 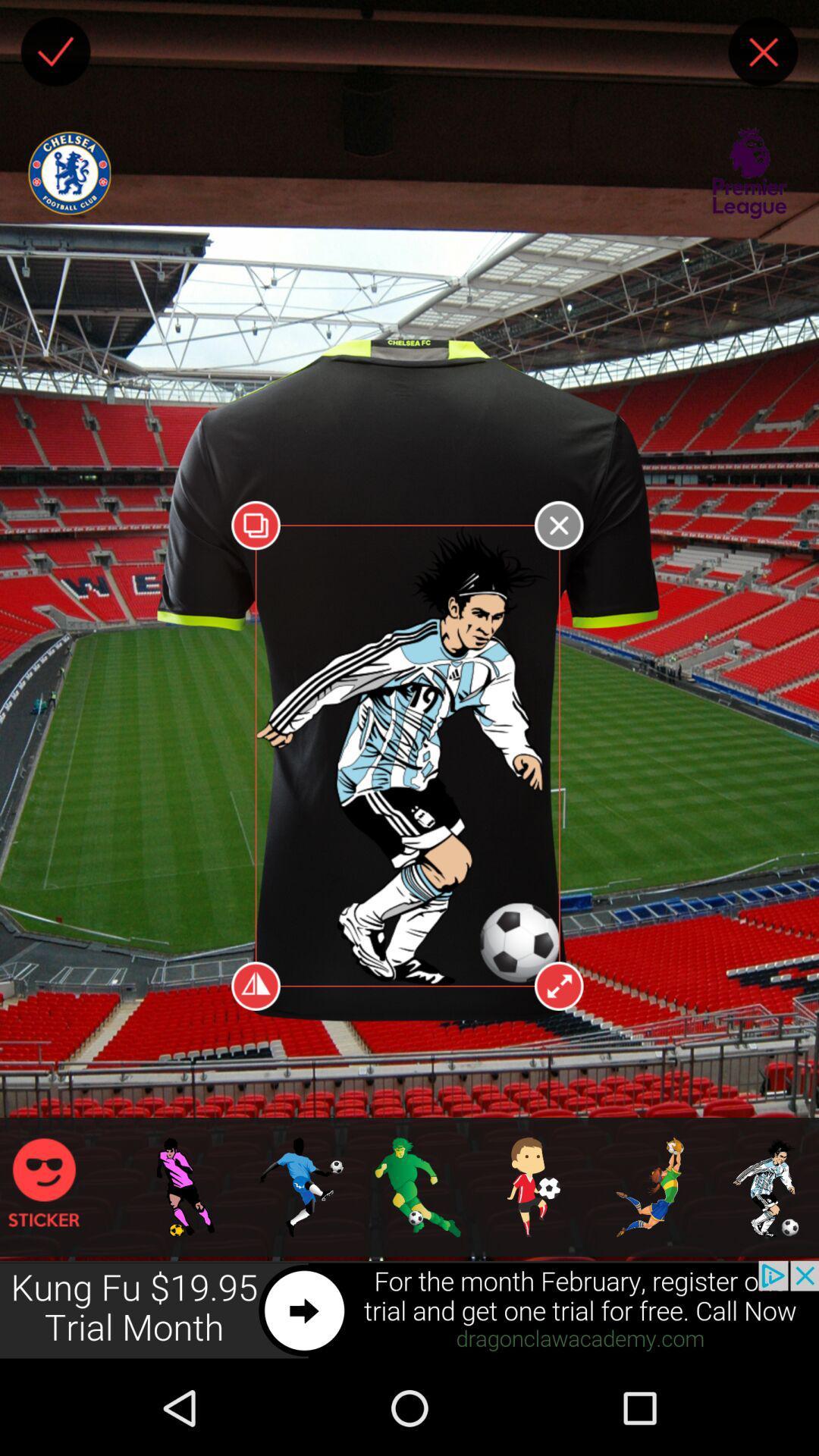 I want to click on leave page, so click(x=763, y=52).